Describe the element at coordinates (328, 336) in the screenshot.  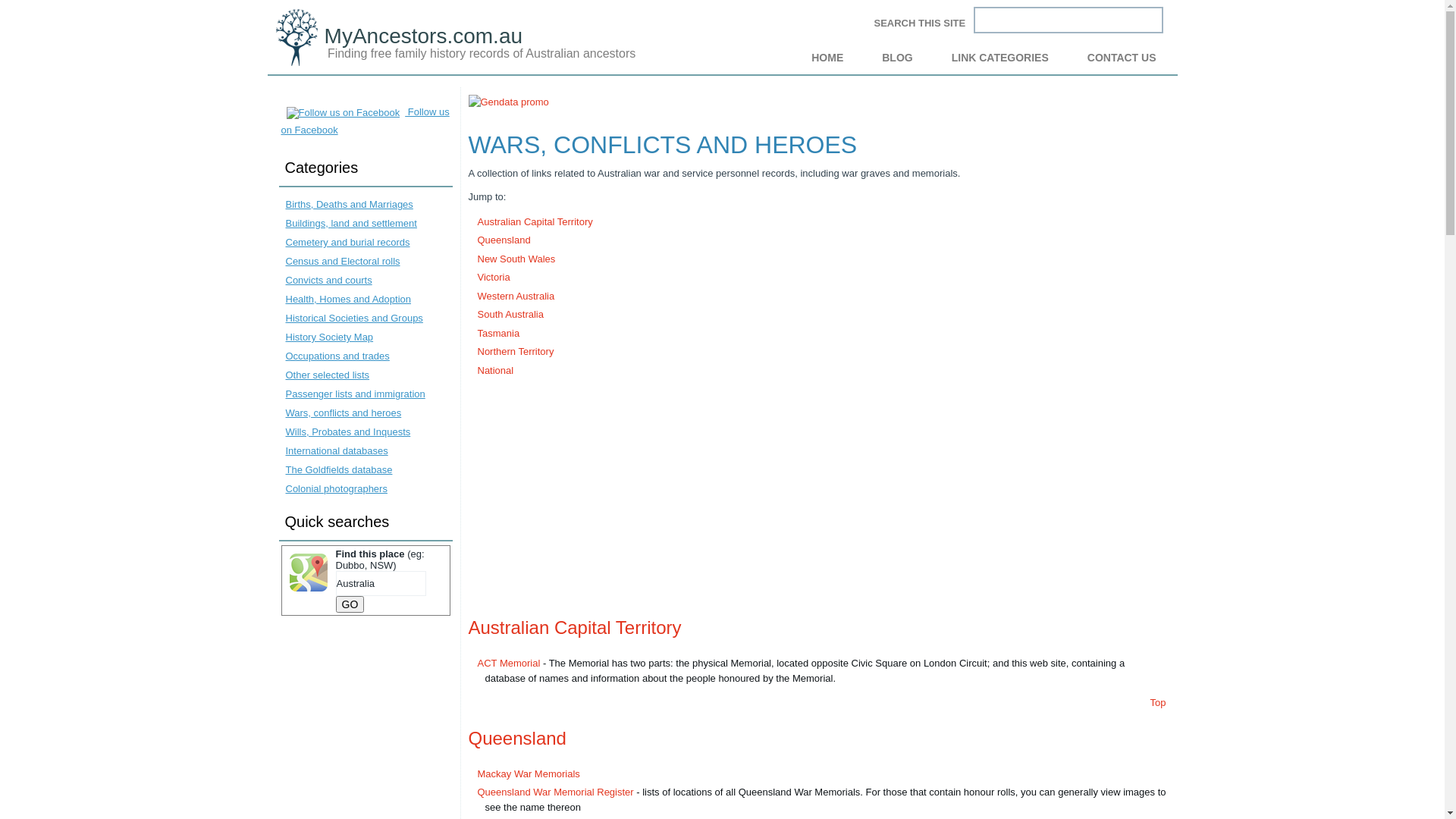
I see `'History Society Map'` at that location.